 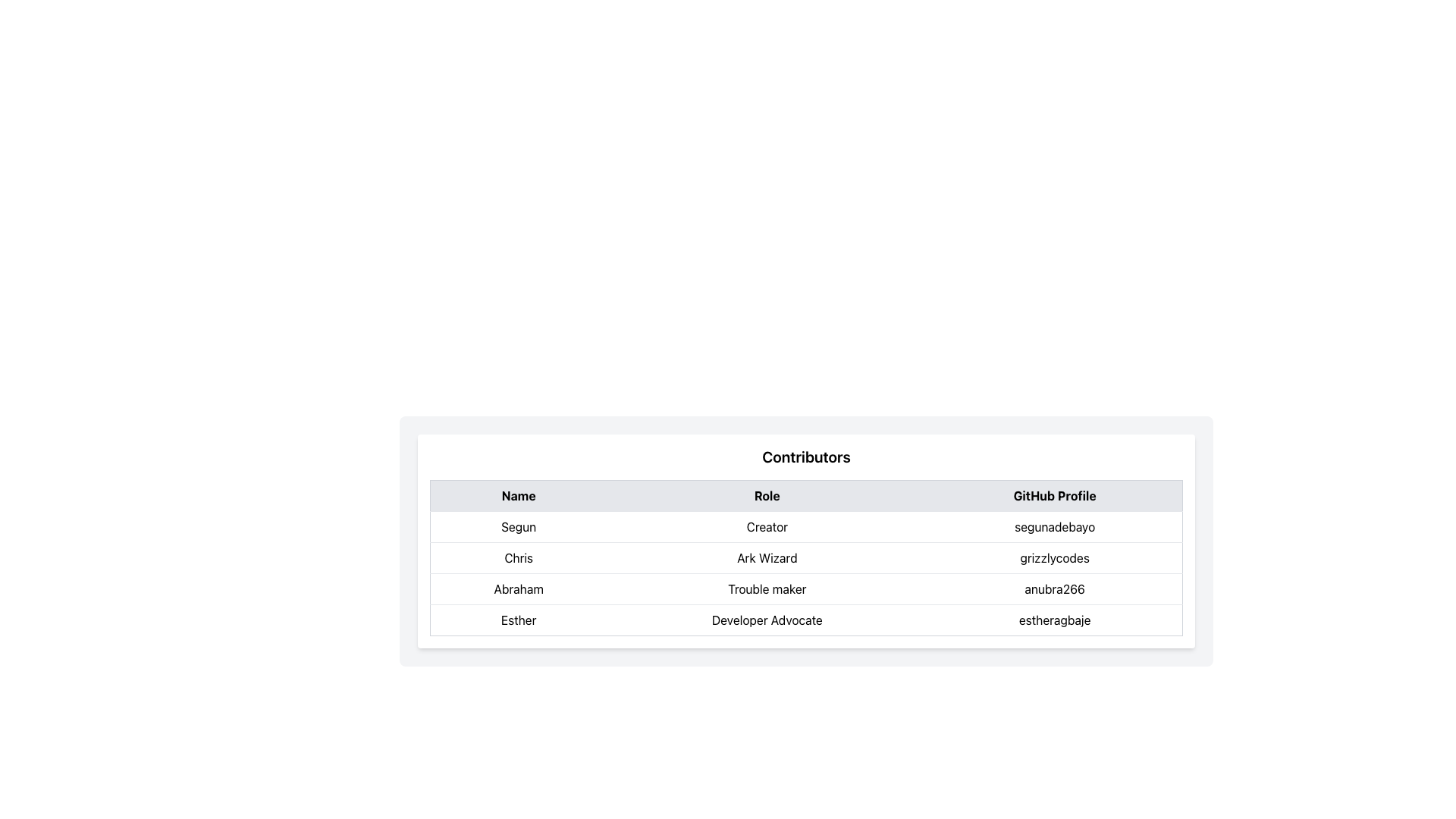 I want to click on the display field representing the GitHub profile handle for 'Chris' located in the third cell of the second row in the 'GitHub Profile' column, so click(x=1054, y=558).